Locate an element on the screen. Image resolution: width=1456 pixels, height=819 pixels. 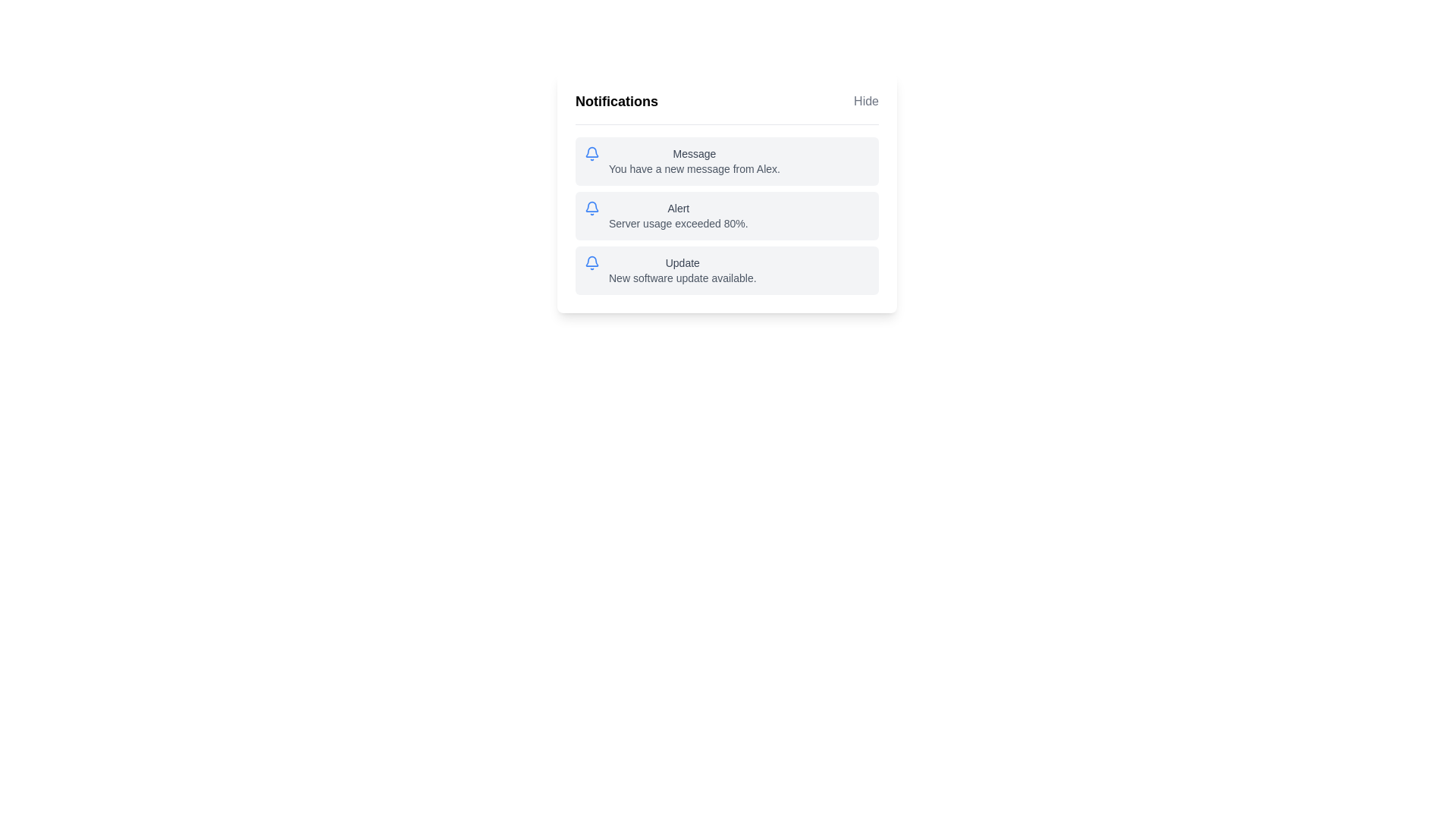
the title text of the second notification message in the 'Notifications' section, which indicates the nature of the notification and is positioned above 'Server usage exceeded 80%.' is located at coordinates (677, 208).